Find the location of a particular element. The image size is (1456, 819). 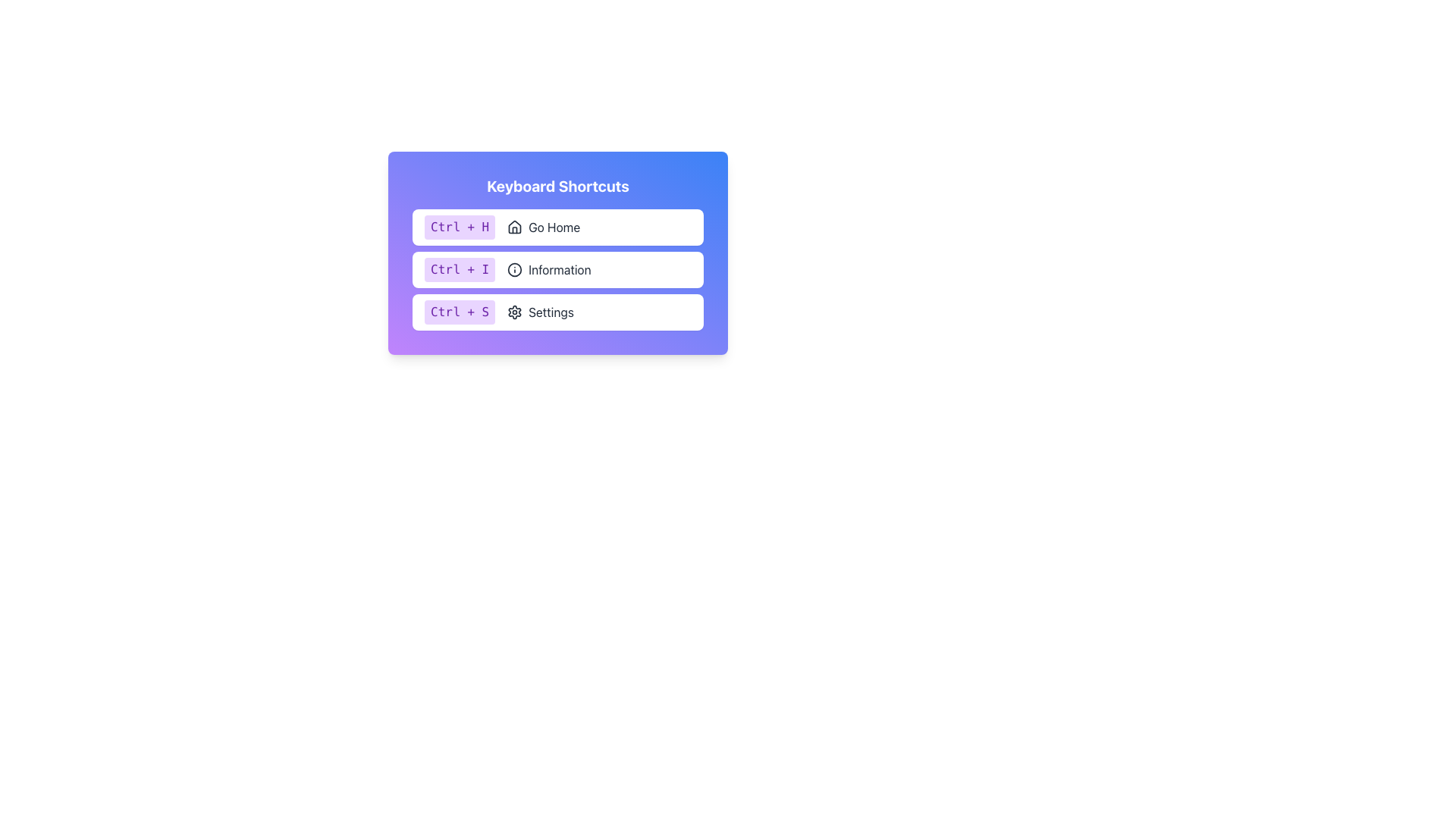

the 'Information' menu icon located to the left of the text 'Information' in the second row of options within the visible menu is located at coordinates (515, 268).